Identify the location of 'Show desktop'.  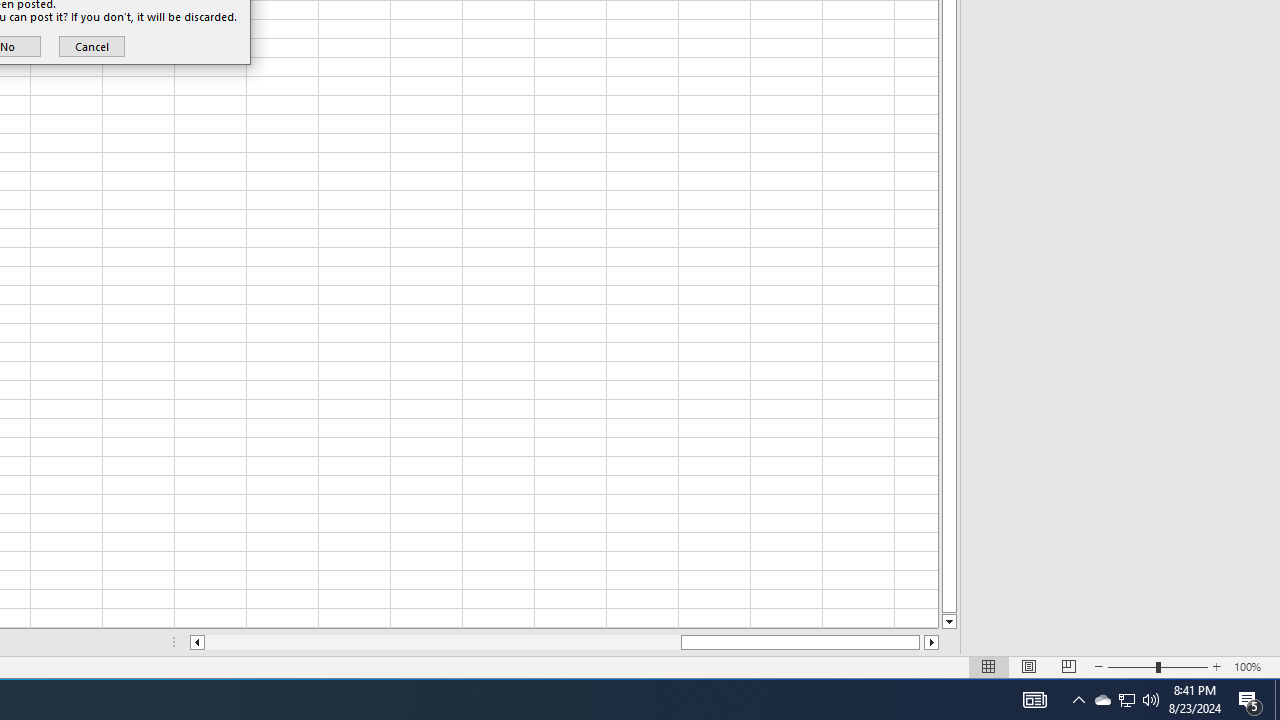
(1276, 698).